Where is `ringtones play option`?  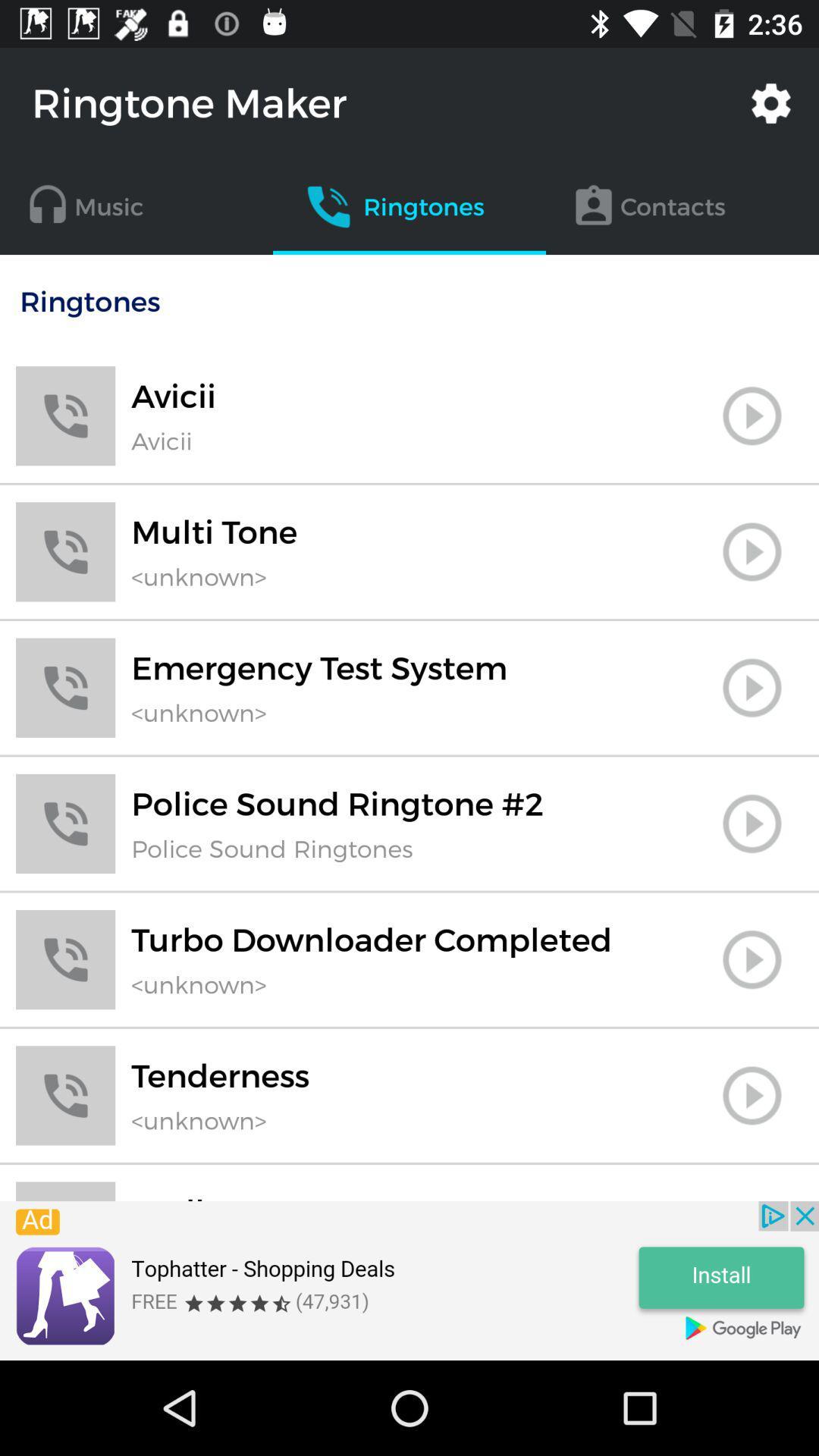 ringtones play option is located at coordinates (752, 1095).